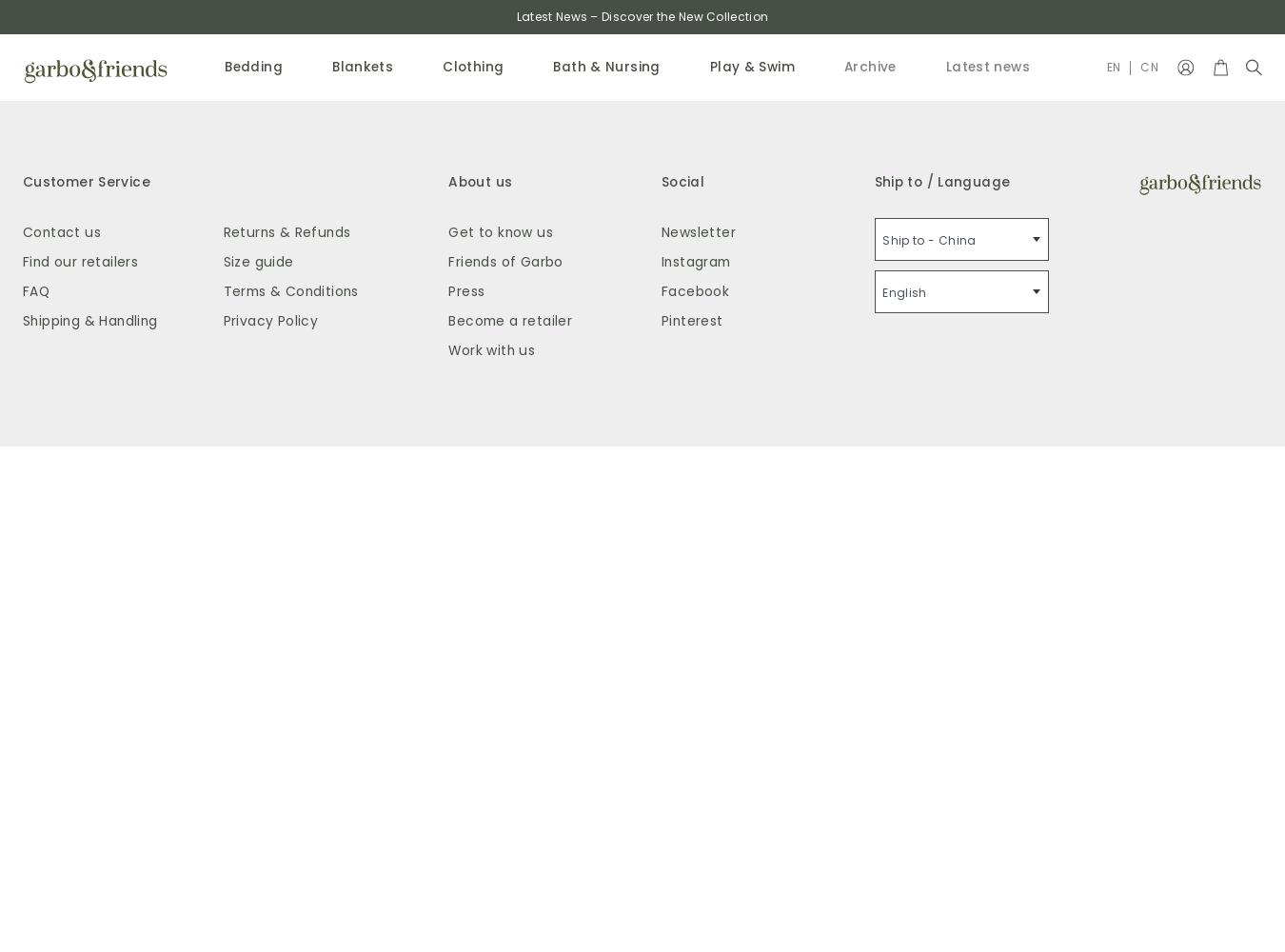  What do you see at coordinates (508, 319) in the screenshot?
I see `'Become a retailer'` at bounding box center [508, 319].